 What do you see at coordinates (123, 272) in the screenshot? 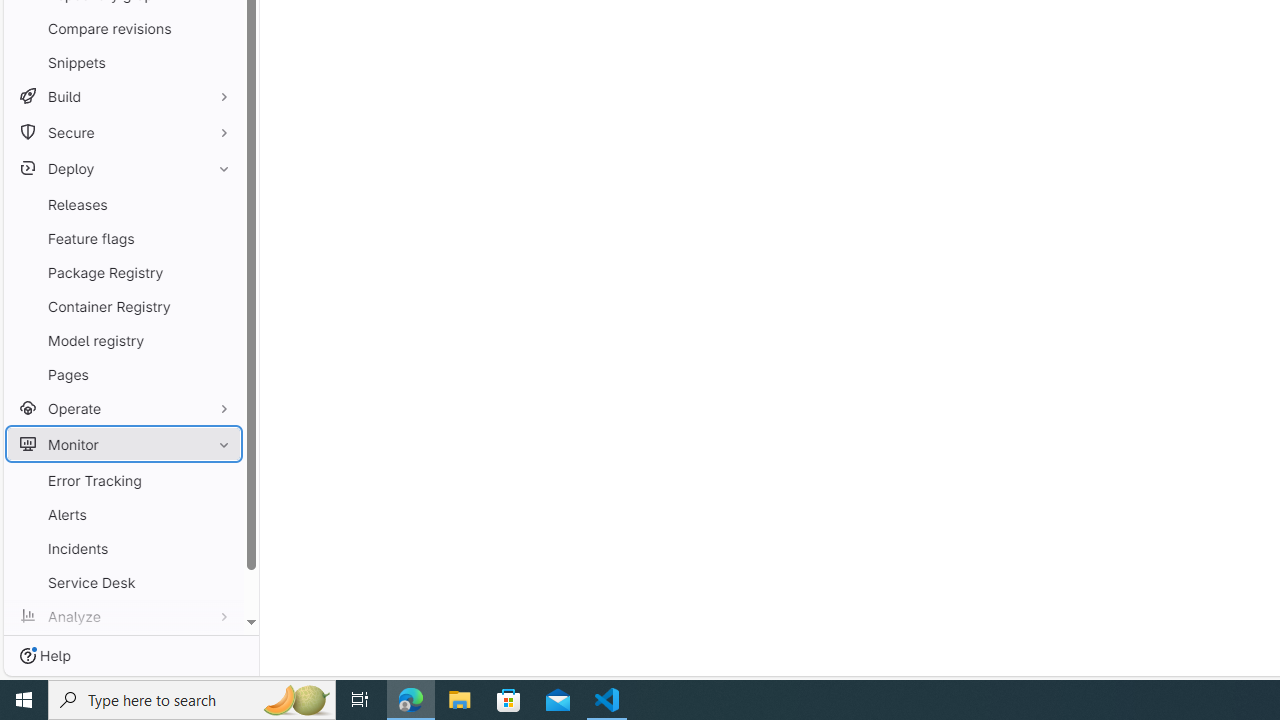
I see `'Package Registry'` at bounding box center [123, 272].